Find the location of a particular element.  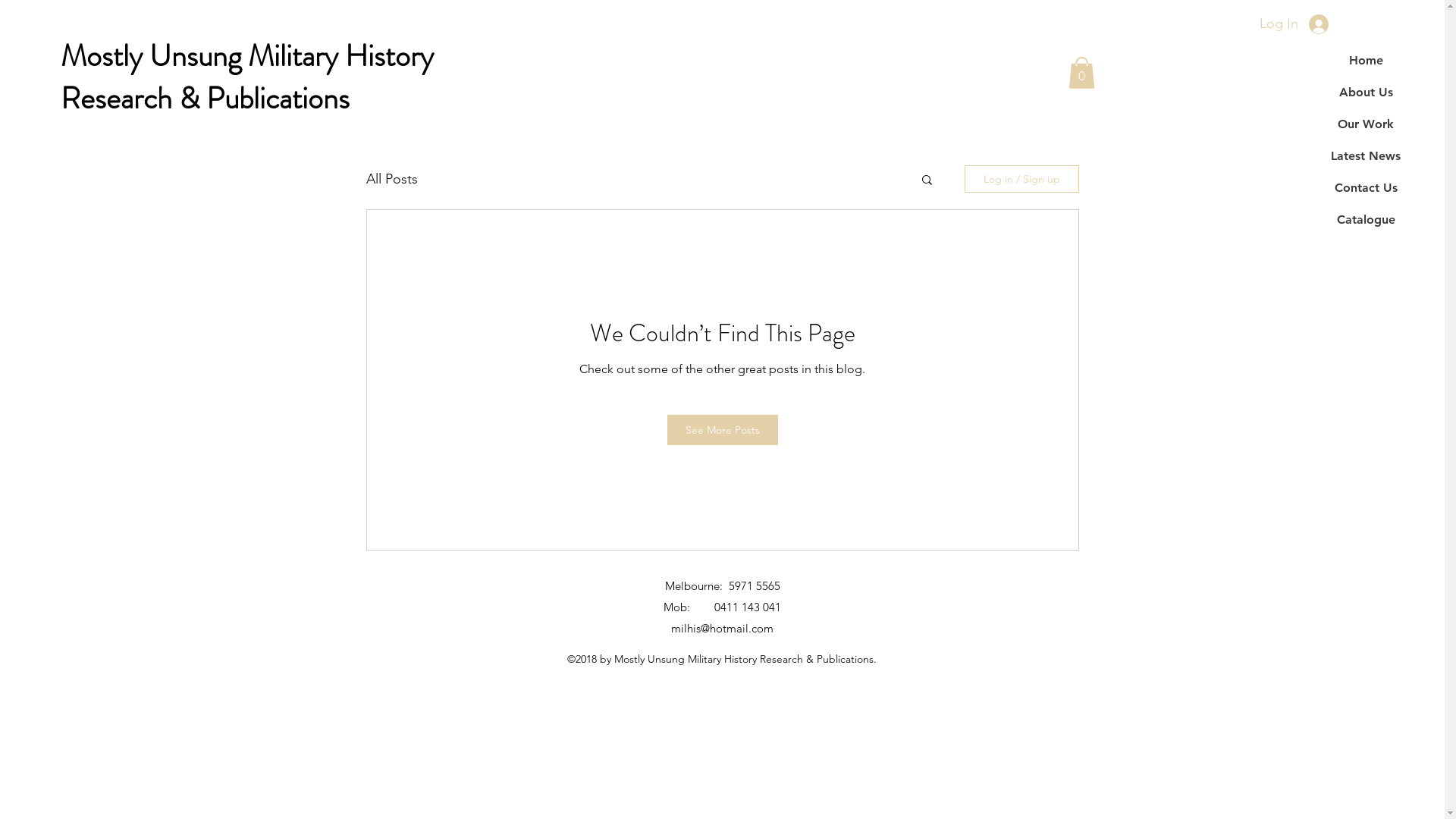

'Catalogue' is located at coordinates (1365, 219).